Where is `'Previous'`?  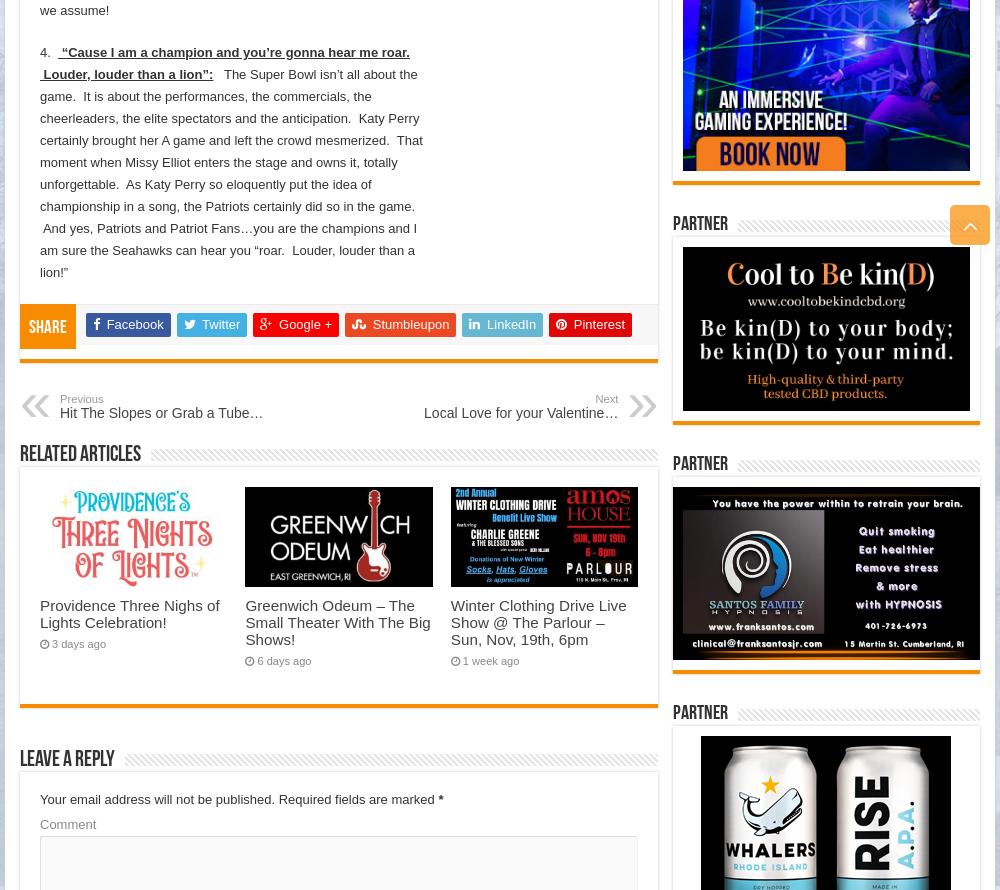 'Previous' is located at coordinates (80, 397).